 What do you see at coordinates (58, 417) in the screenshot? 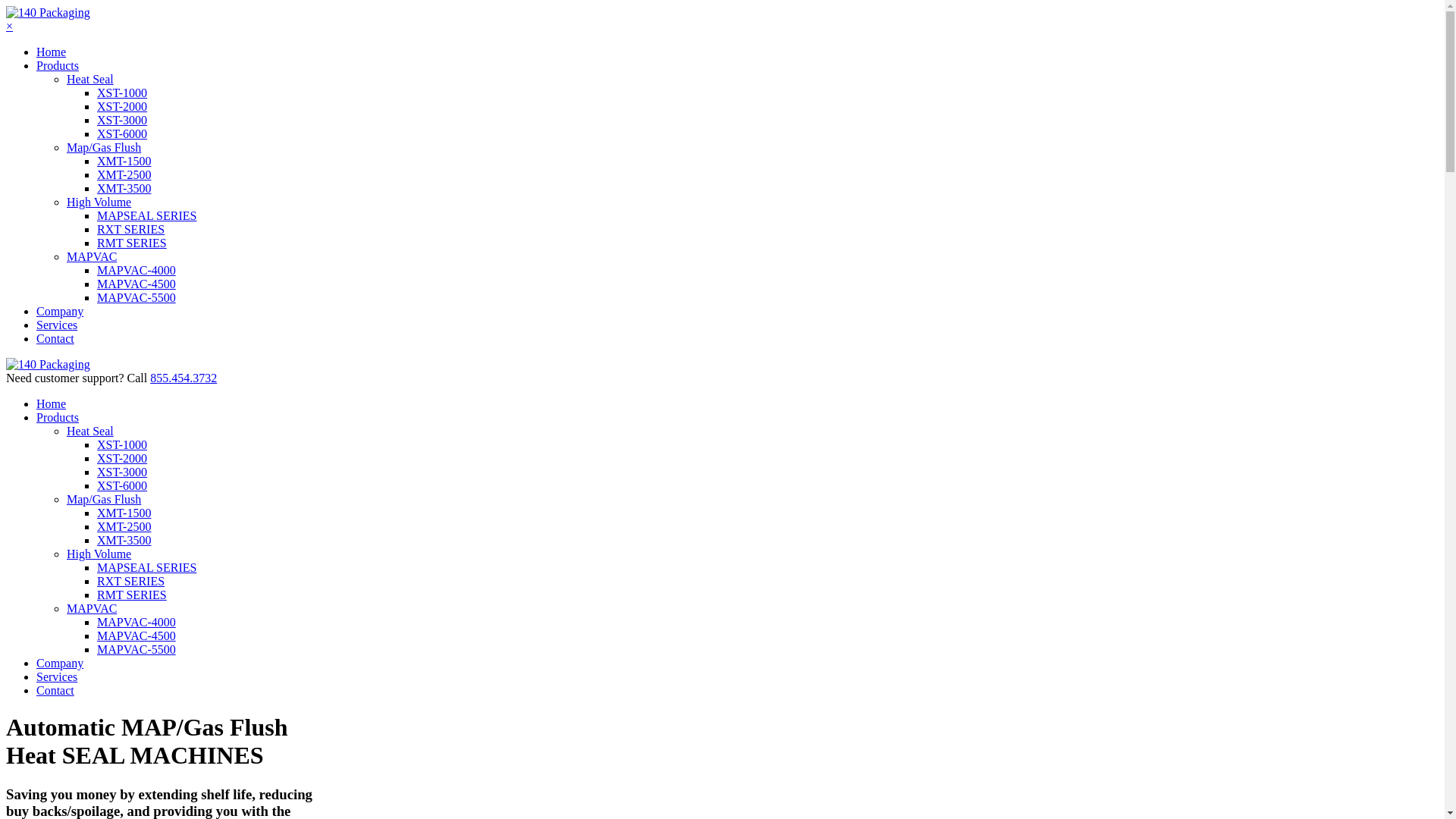
I see `'Products'` at bounding box center [58, 417].